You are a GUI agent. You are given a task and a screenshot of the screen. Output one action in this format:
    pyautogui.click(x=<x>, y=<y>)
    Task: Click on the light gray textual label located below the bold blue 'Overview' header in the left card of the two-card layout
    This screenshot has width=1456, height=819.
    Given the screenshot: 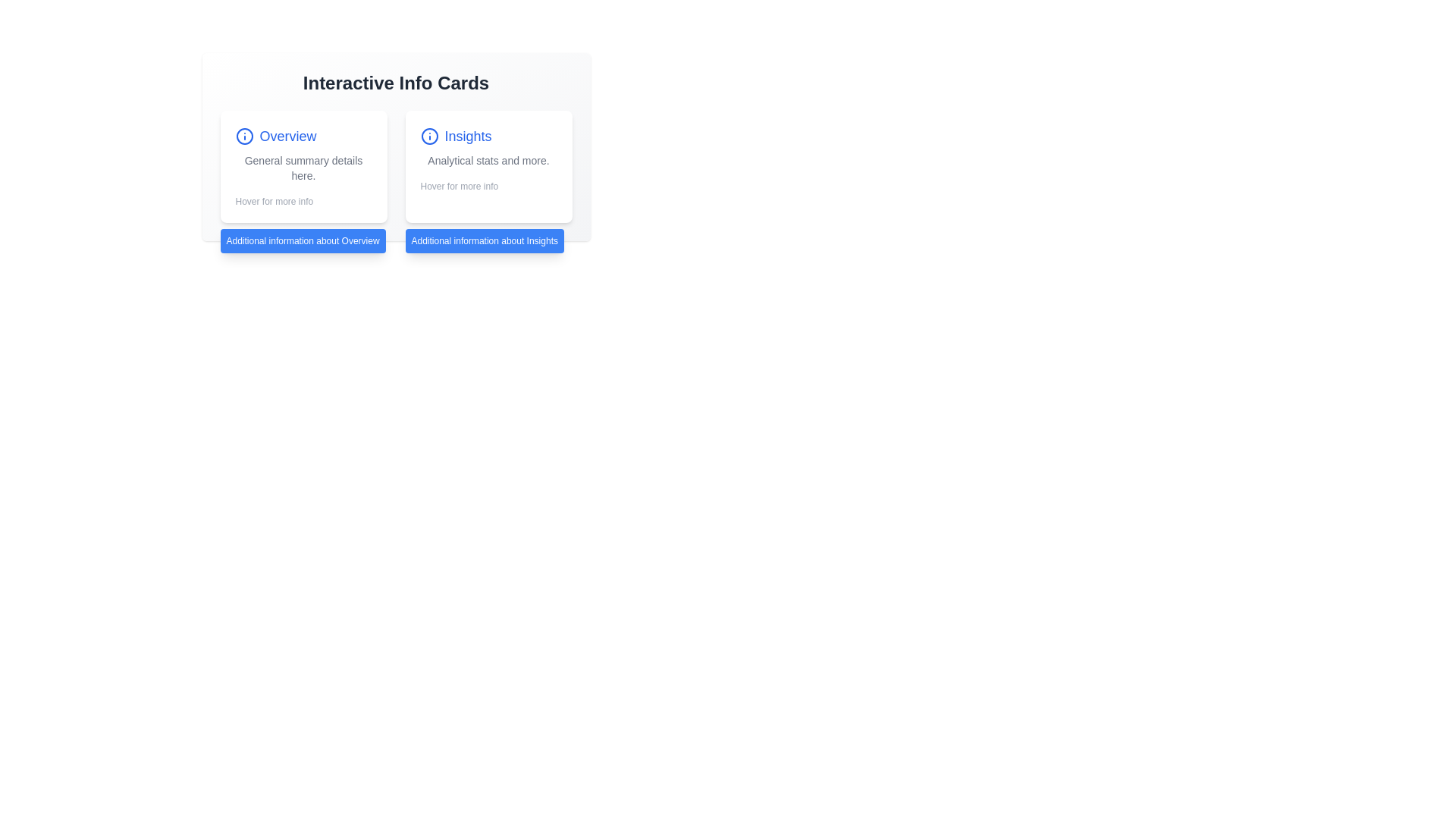 What is the action you would take?
    pyautogui.click(x=303, y=168)
    